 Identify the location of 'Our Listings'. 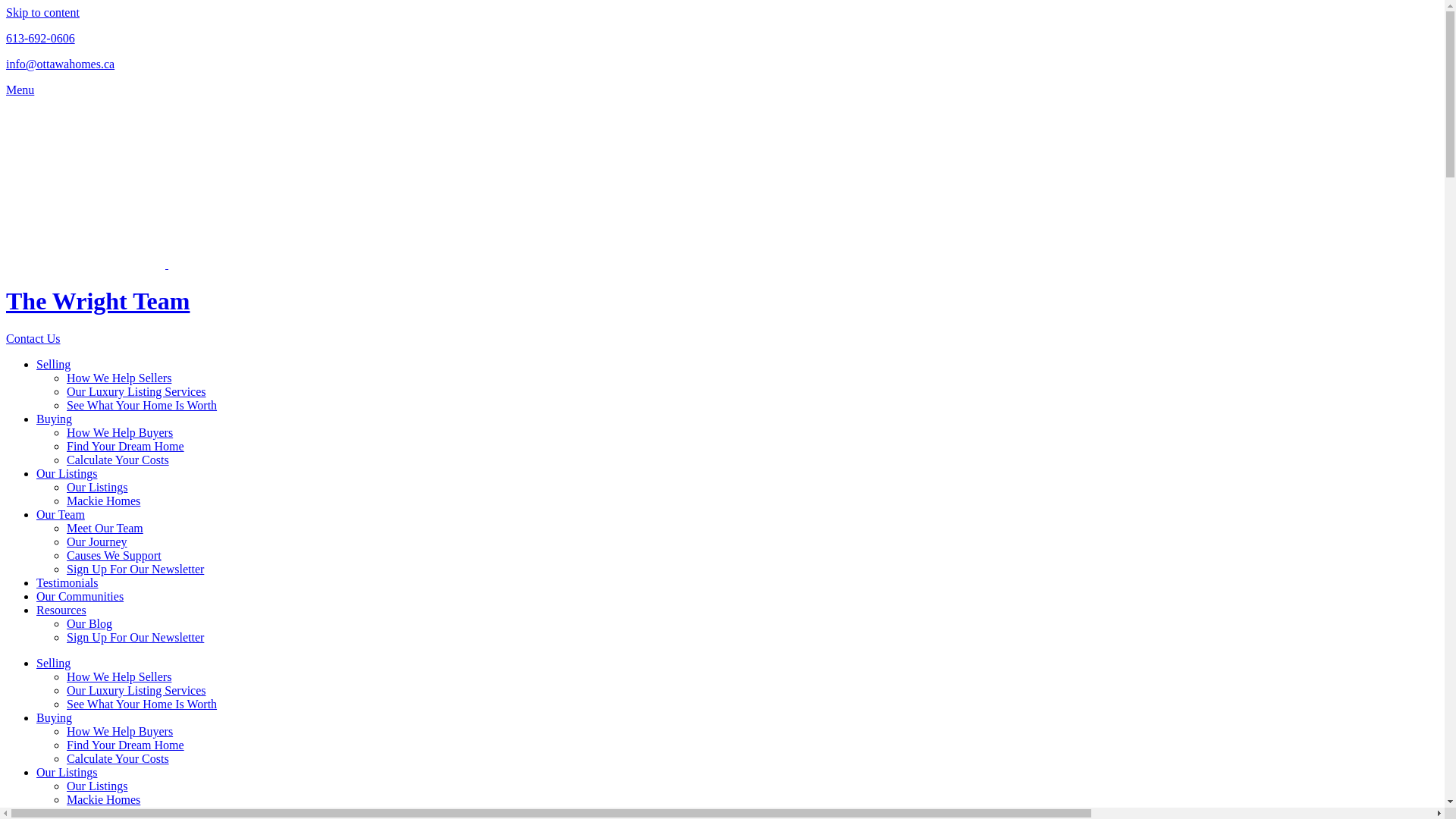
(65, 487).